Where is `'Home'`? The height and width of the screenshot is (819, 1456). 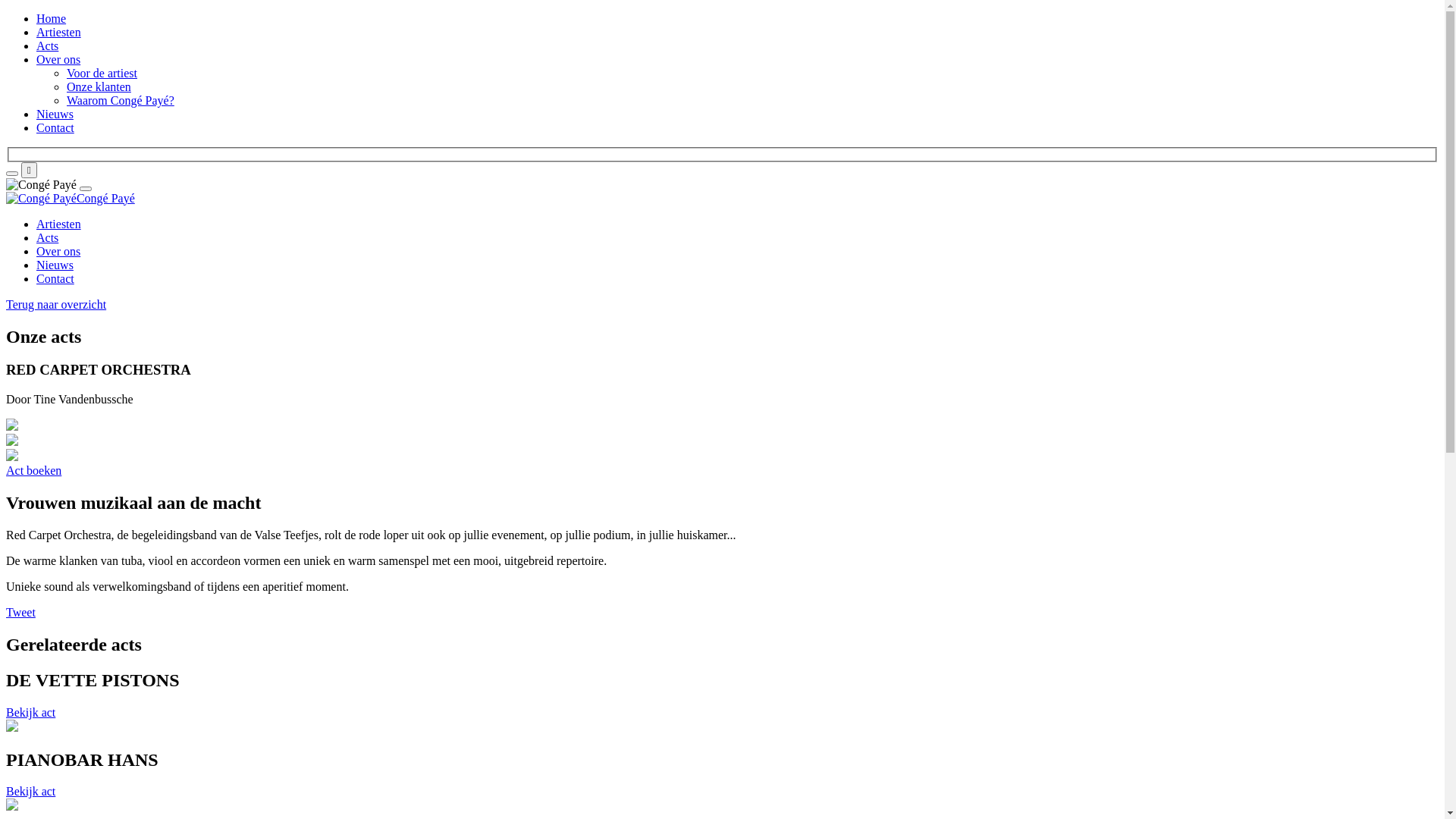 'Home' is located at coordinates (51, 18).